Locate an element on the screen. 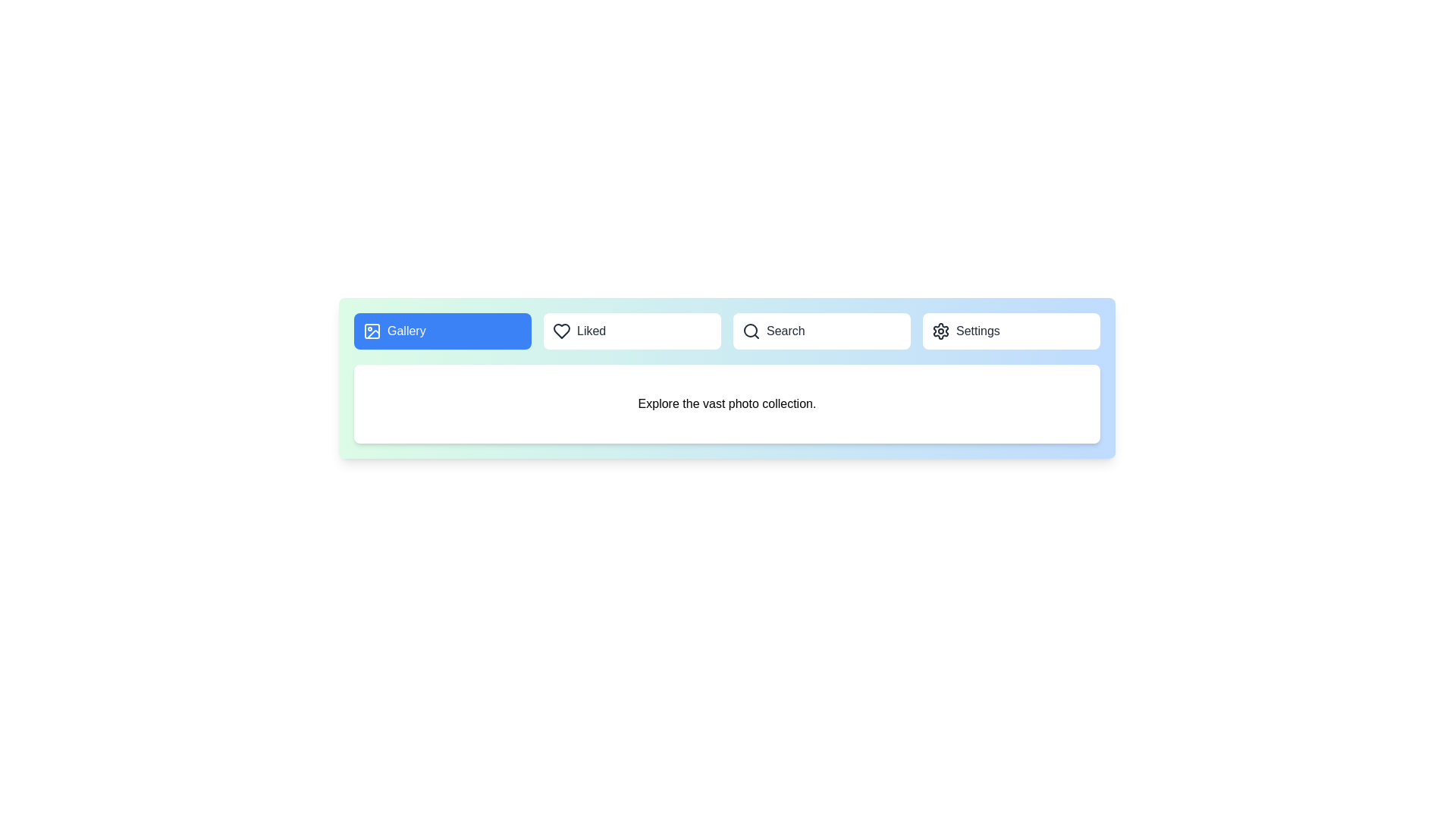 The height and width of the screenshot is (819, 1456). the Search tab by clicking on its respective button is located at coordinates (821, 330).